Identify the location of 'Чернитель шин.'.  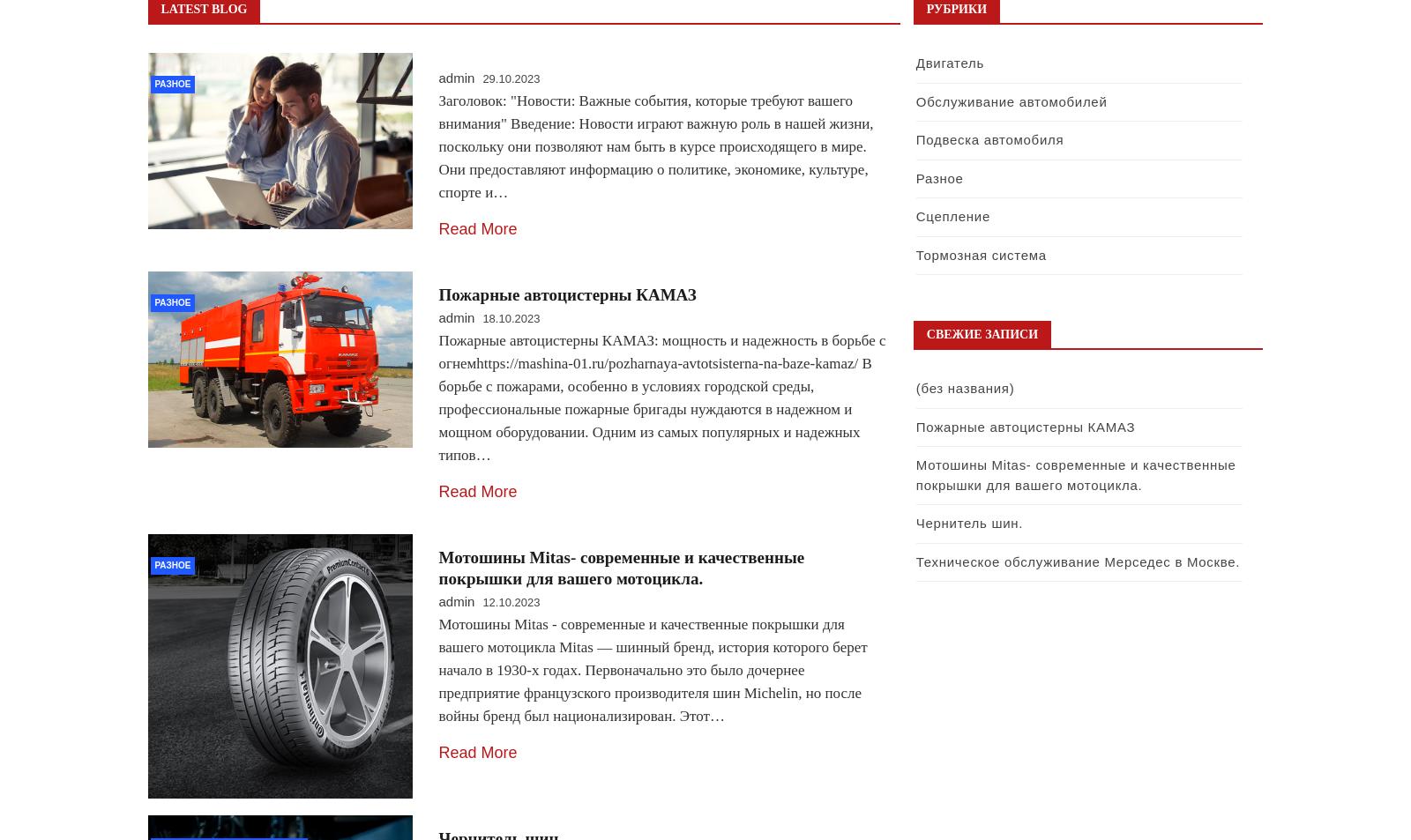
(969, 523).